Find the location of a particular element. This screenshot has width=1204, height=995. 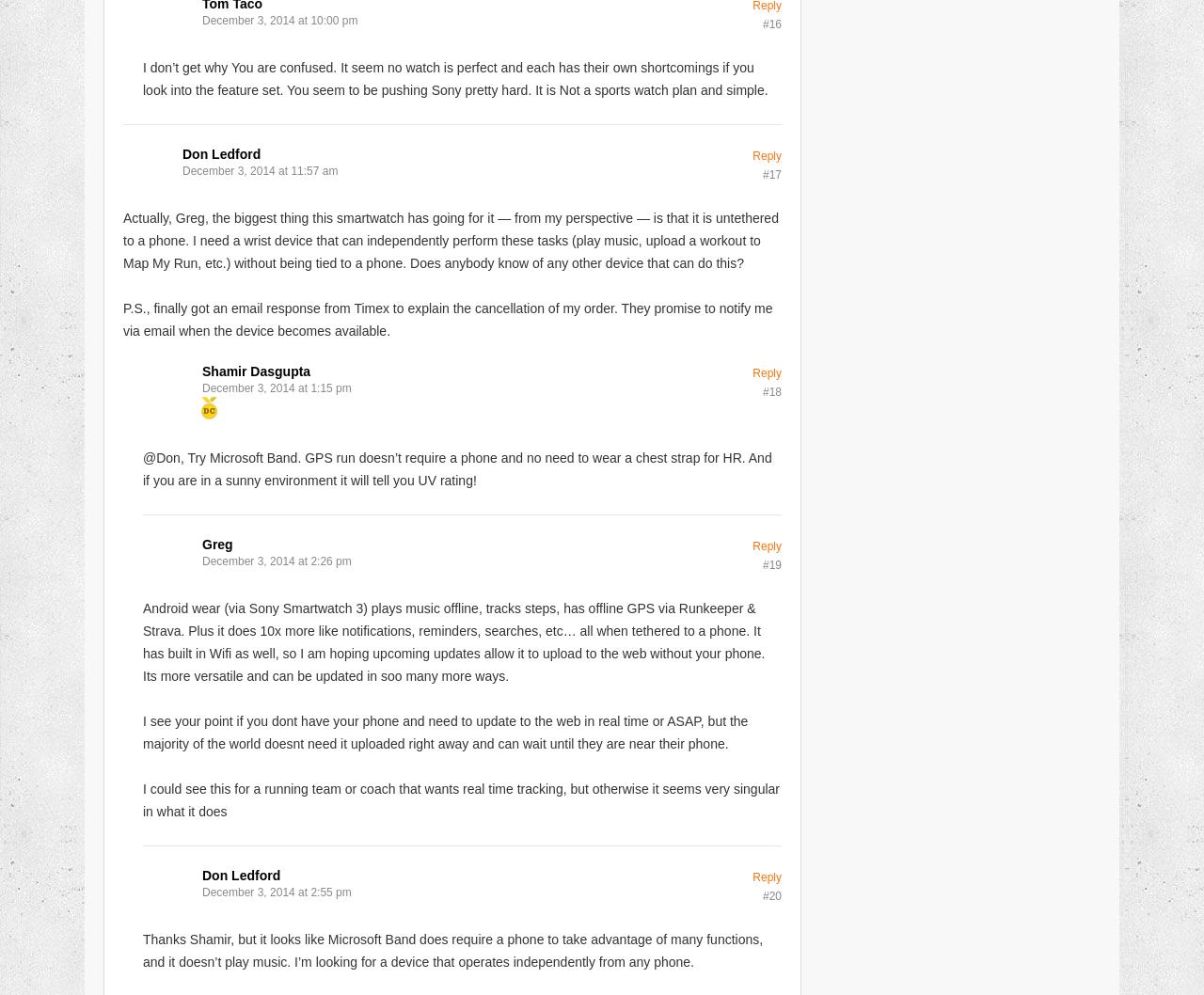

'@Don, Try Microsoft Band. GPS run doesn’t require a phone and no need to wear a chest strap for HR. And if you are in a sunny environment it will tell you UV rating!' is located at coordinates (141, 467).